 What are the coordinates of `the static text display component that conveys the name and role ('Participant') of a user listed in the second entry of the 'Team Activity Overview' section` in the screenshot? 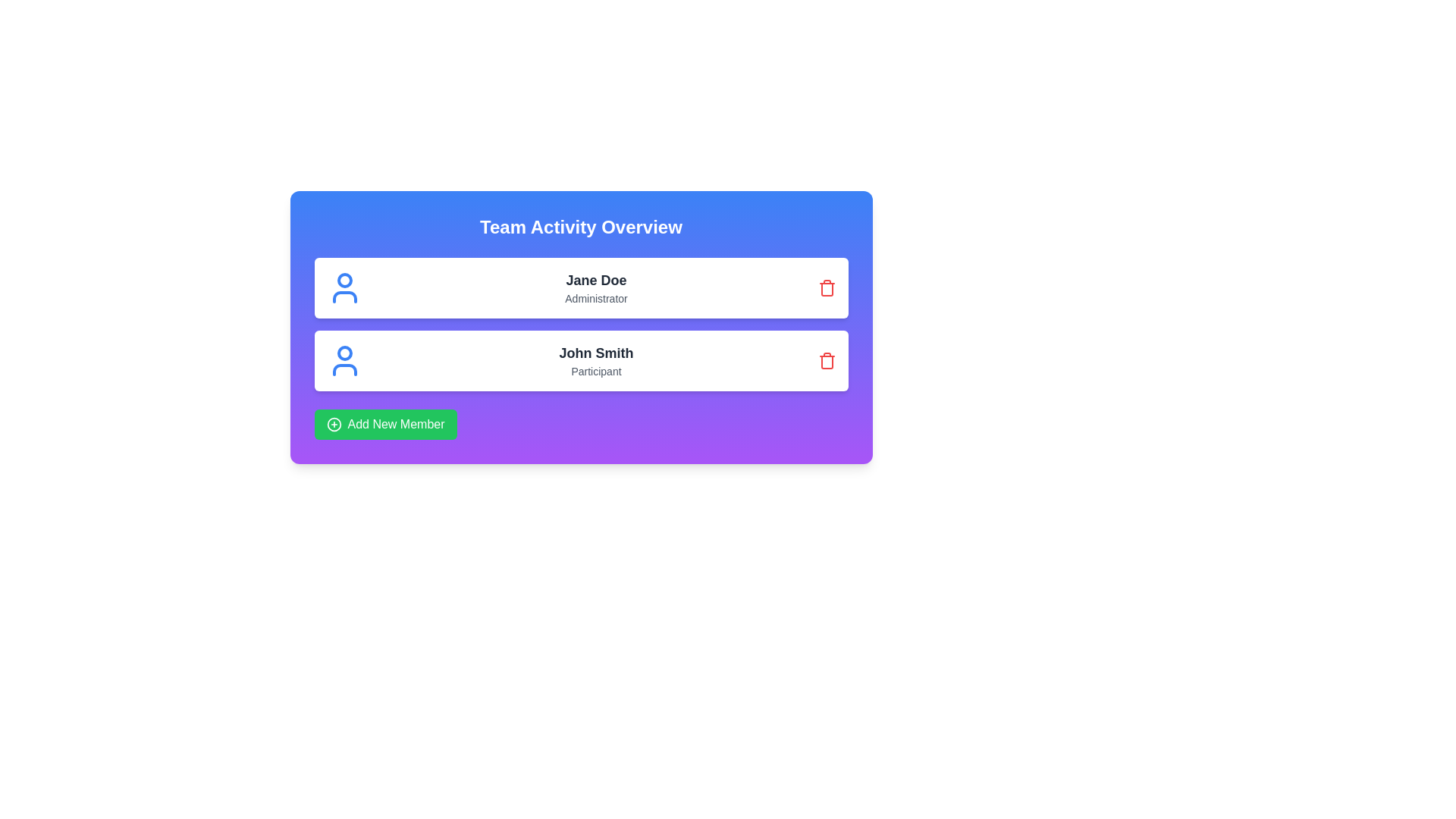 It's located at (595, 360).